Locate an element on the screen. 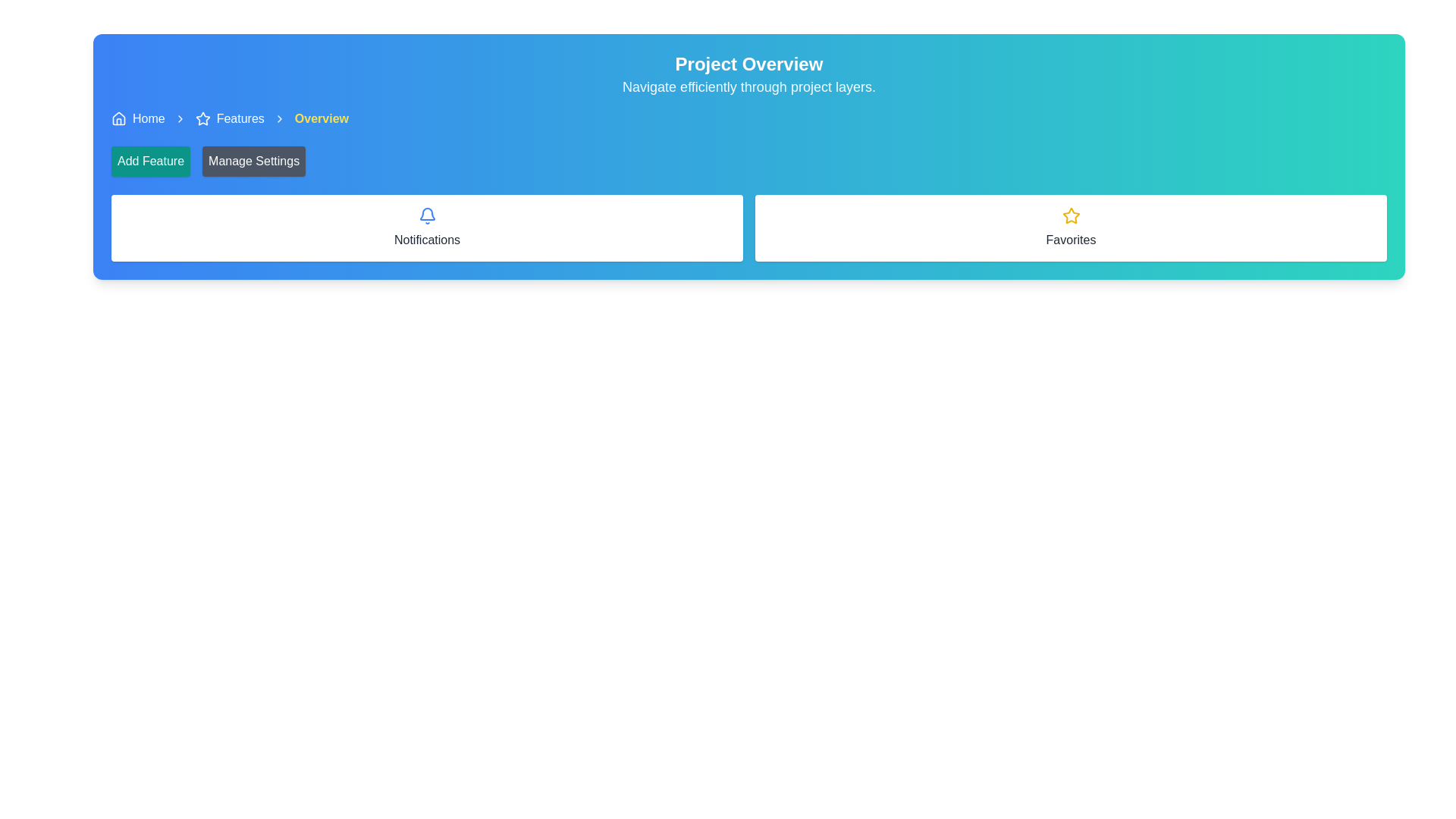 The image size is (1456, 819). the yellow 'Overview' text in the breadcrumb navigation bar, located at the rightmost end, following the 'Features' text link is located at coordinates (321, 118).